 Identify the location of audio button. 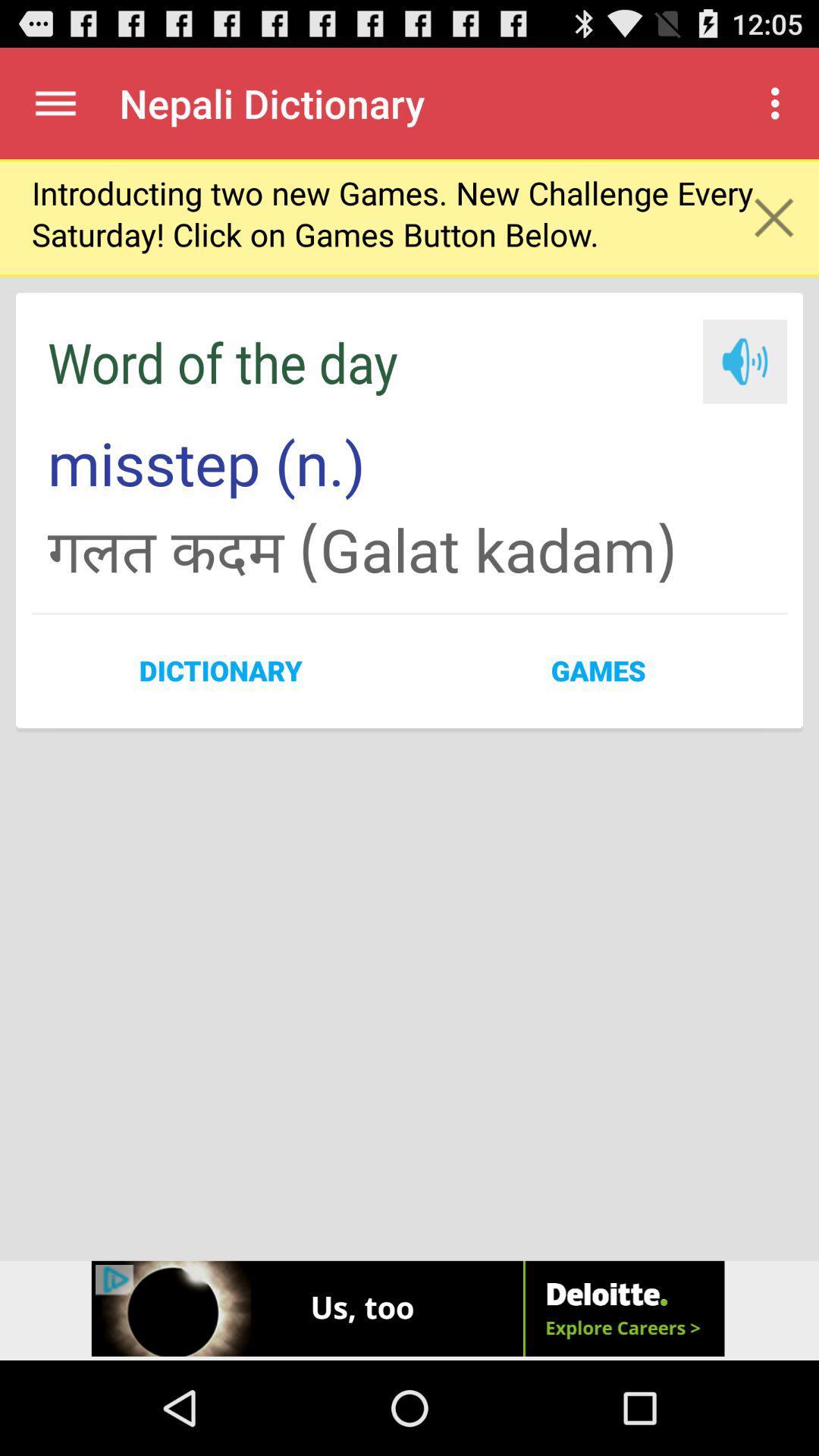
(744, 360).